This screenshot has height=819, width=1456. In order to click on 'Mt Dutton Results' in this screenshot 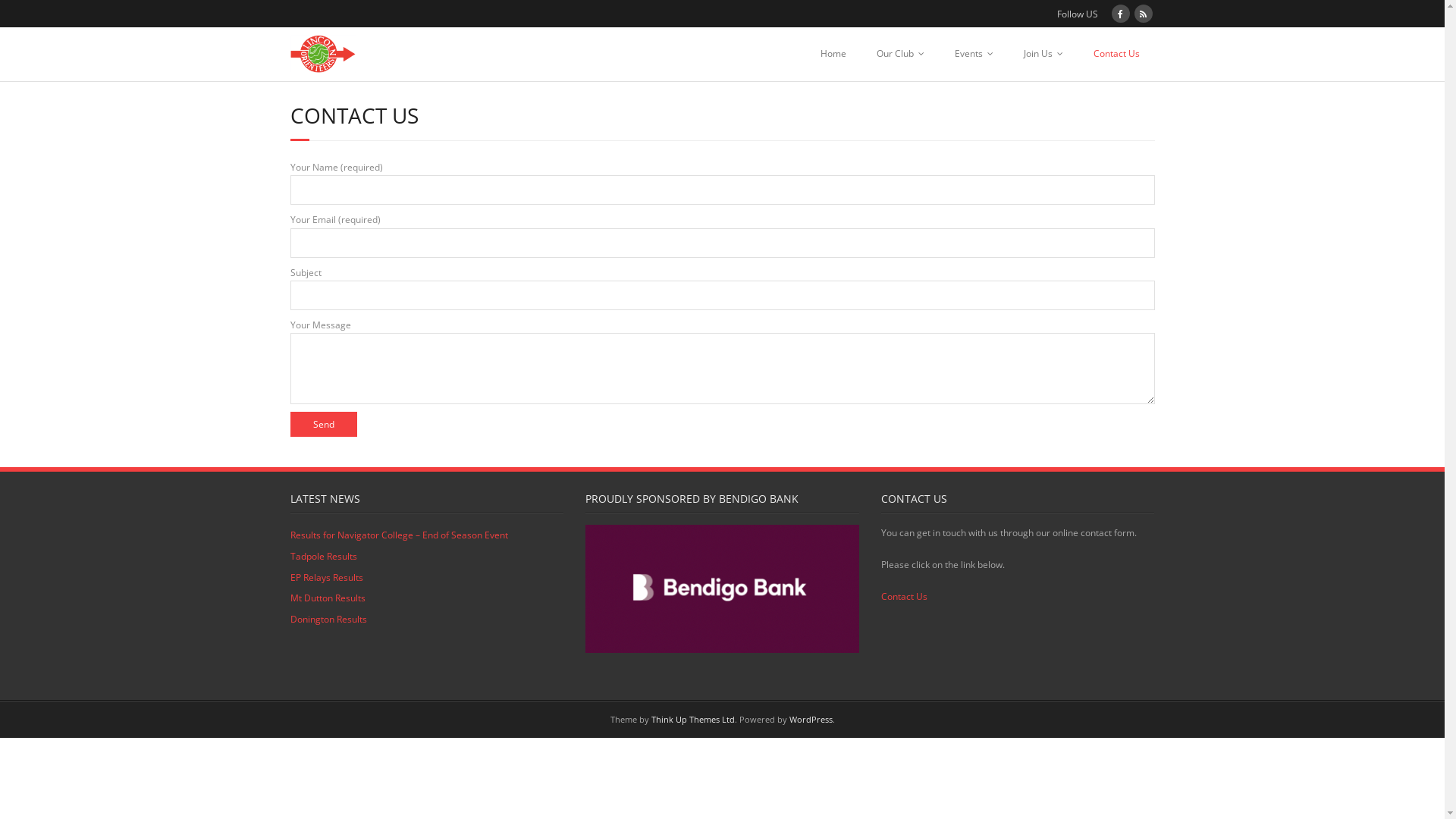, I will do `click(326, 598)`.